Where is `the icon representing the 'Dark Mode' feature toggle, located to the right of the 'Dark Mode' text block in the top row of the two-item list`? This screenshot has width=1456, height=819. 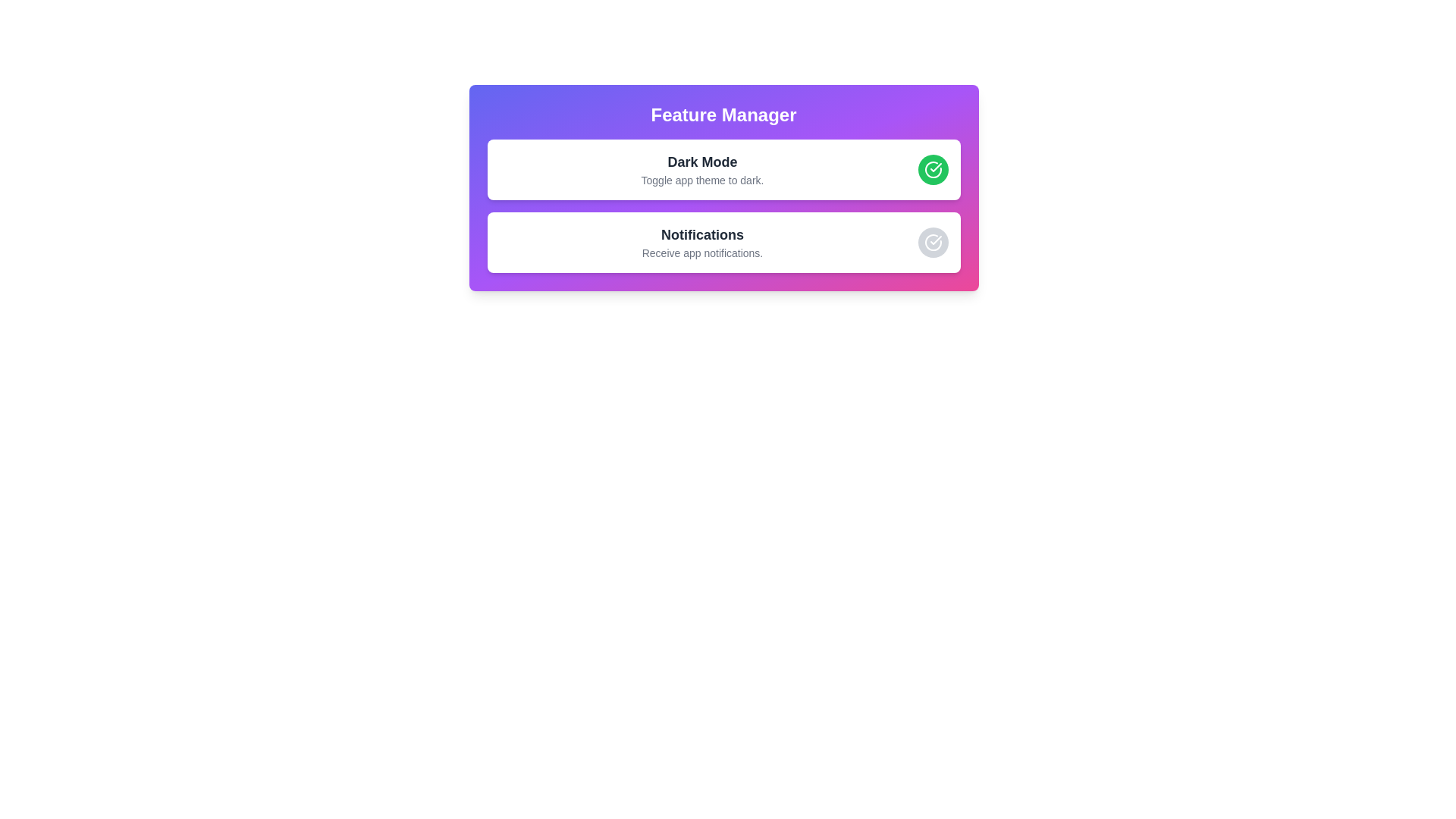 the icon representing the 'Dark Mode' feature toggle, located to the right of the 'Dark Mode' text block in the top row of the two-item list is located at coordinates (932, 169).